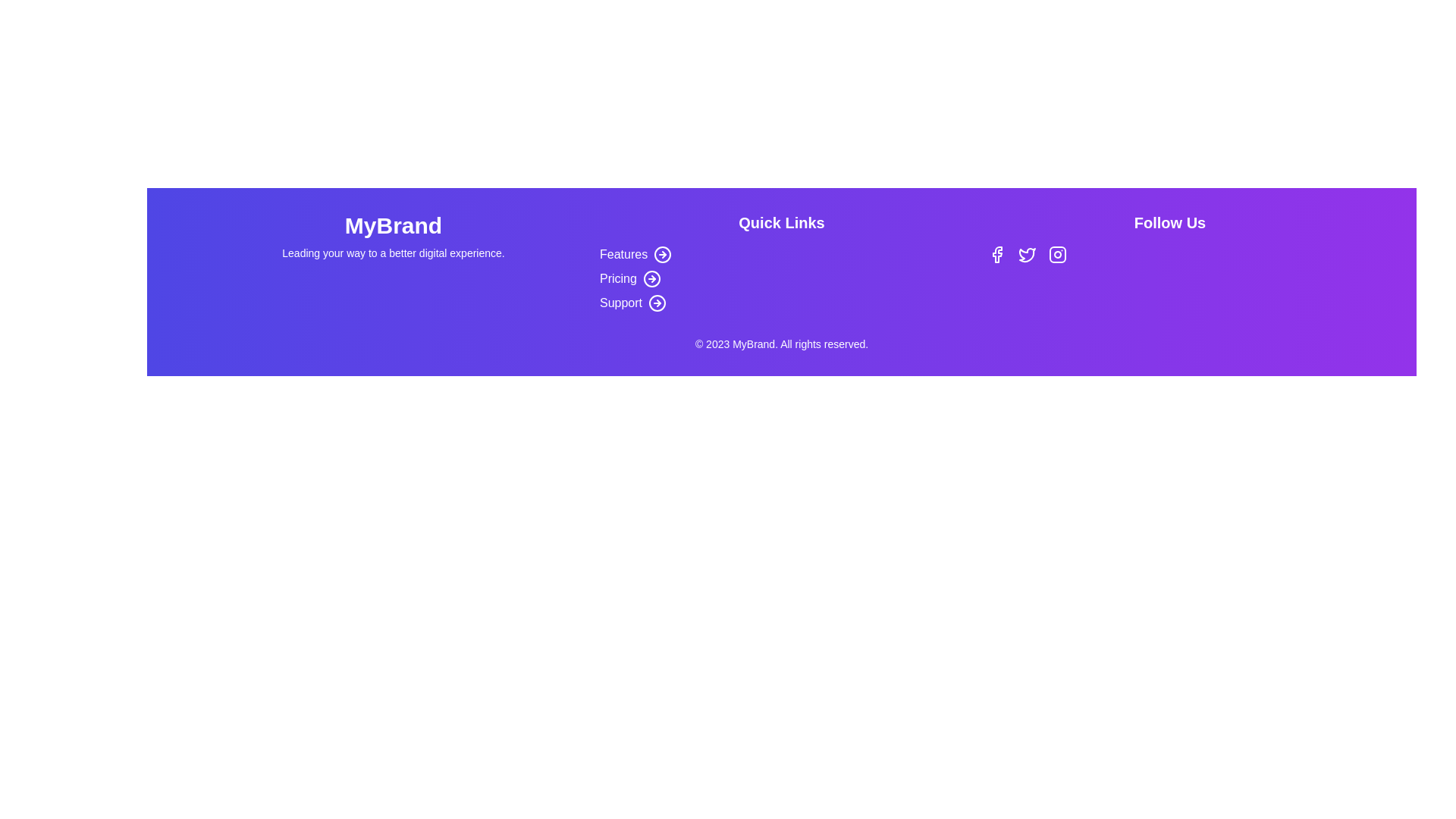 The width and height of the screenshot is (1456, 819). What do you see at coordinates (393, 253) in the screenshot?
I see `the text label that reads 'Leading your way to a better digital experience.', which is positioned beneath the heading 'MyBrand' and centered horizontally` at bounding box center [393, 253].